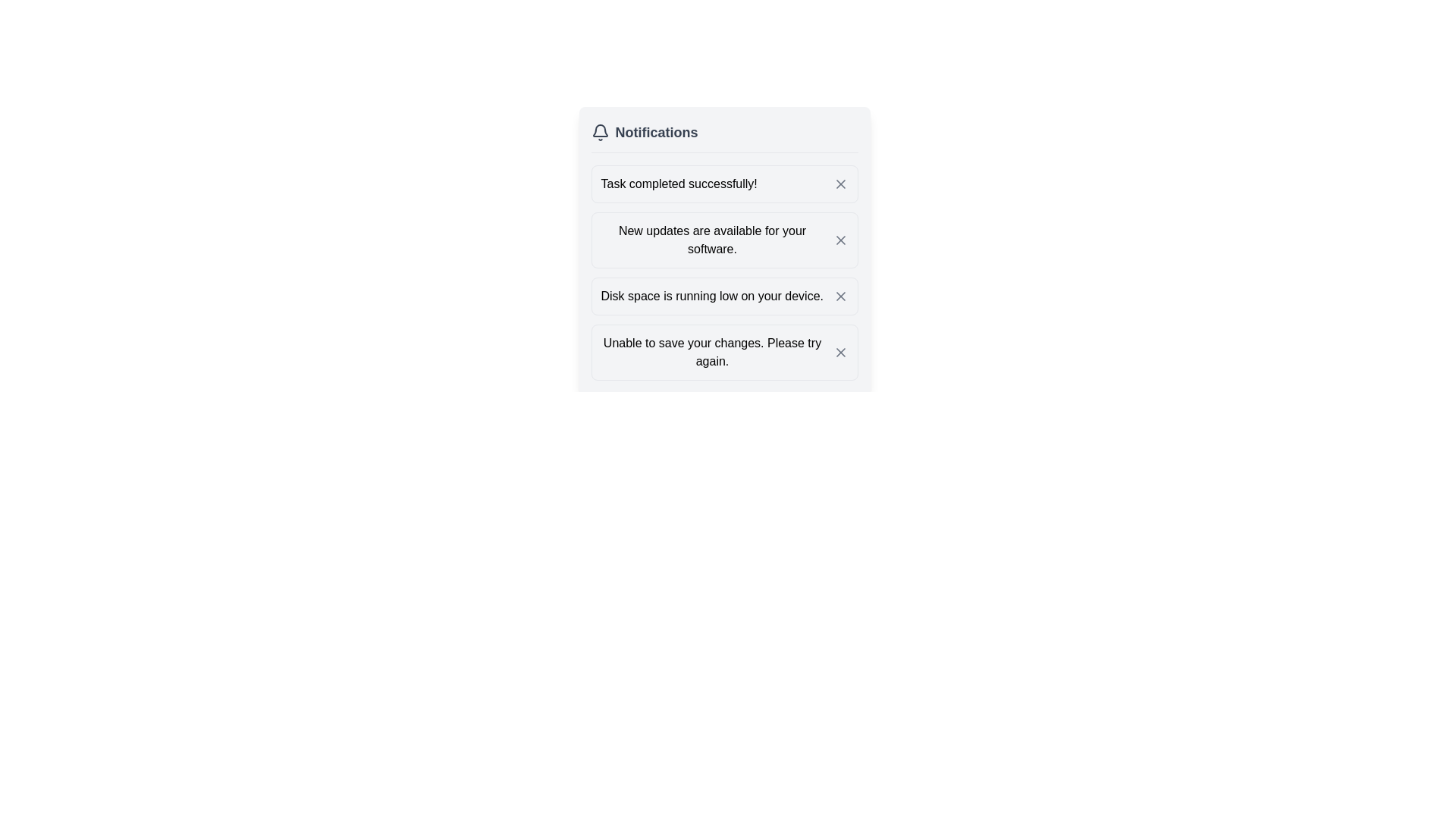 Image resolution: width=1456 pixels, height=819 pixels. I want to click on message displayed in the second notification within the notification section, which is centrally aligned and styled as a card with a light blue background, so click(711, 239).